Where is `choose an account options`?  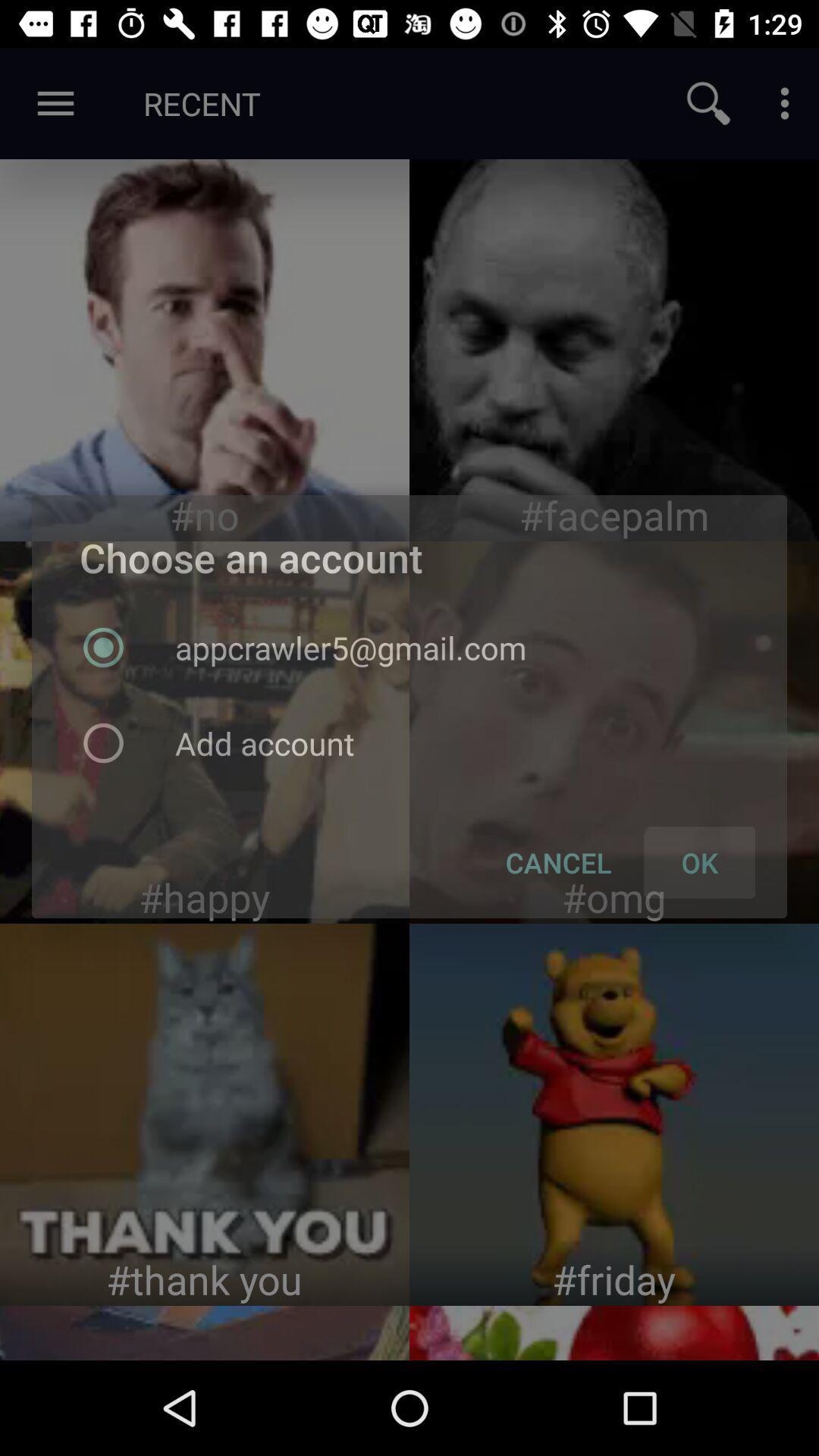
choose an account options is located at coordinates (205, 732).